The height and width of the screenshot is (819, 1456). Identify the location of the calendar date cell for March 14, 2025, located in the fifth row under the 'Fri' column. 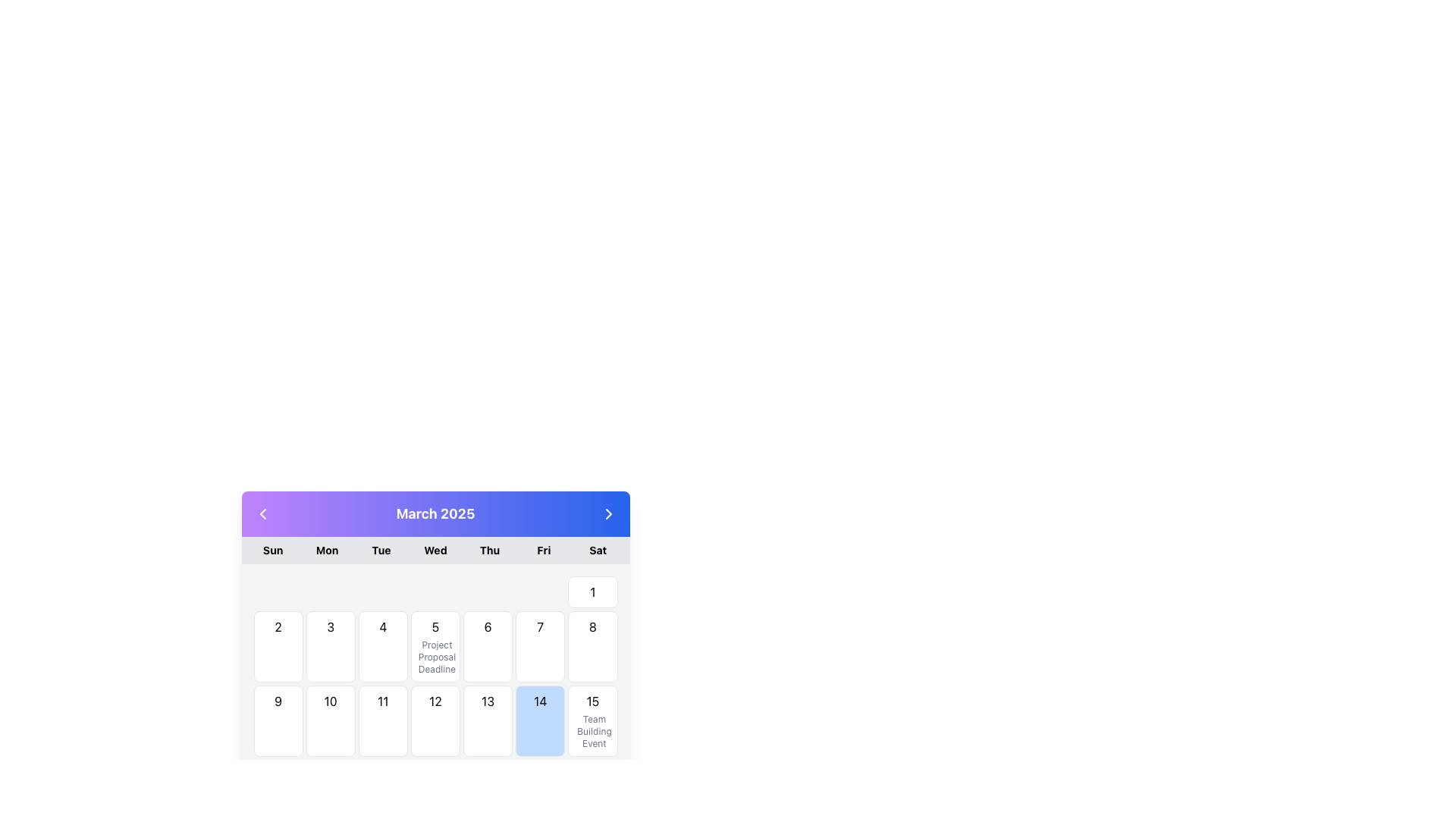
(540, 720).